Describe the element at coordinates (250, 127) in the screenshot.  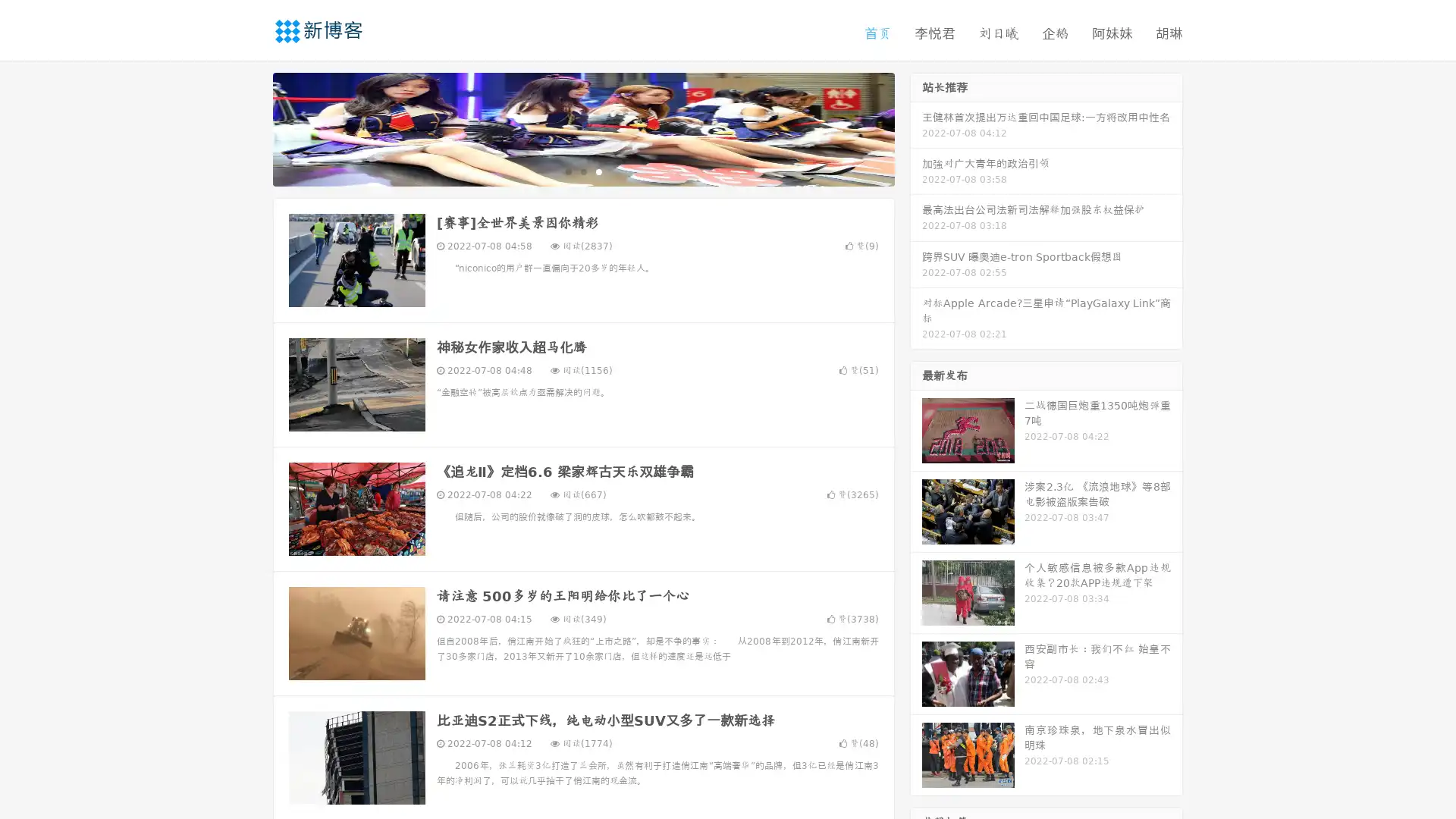
I see `Previous slide` at that location.